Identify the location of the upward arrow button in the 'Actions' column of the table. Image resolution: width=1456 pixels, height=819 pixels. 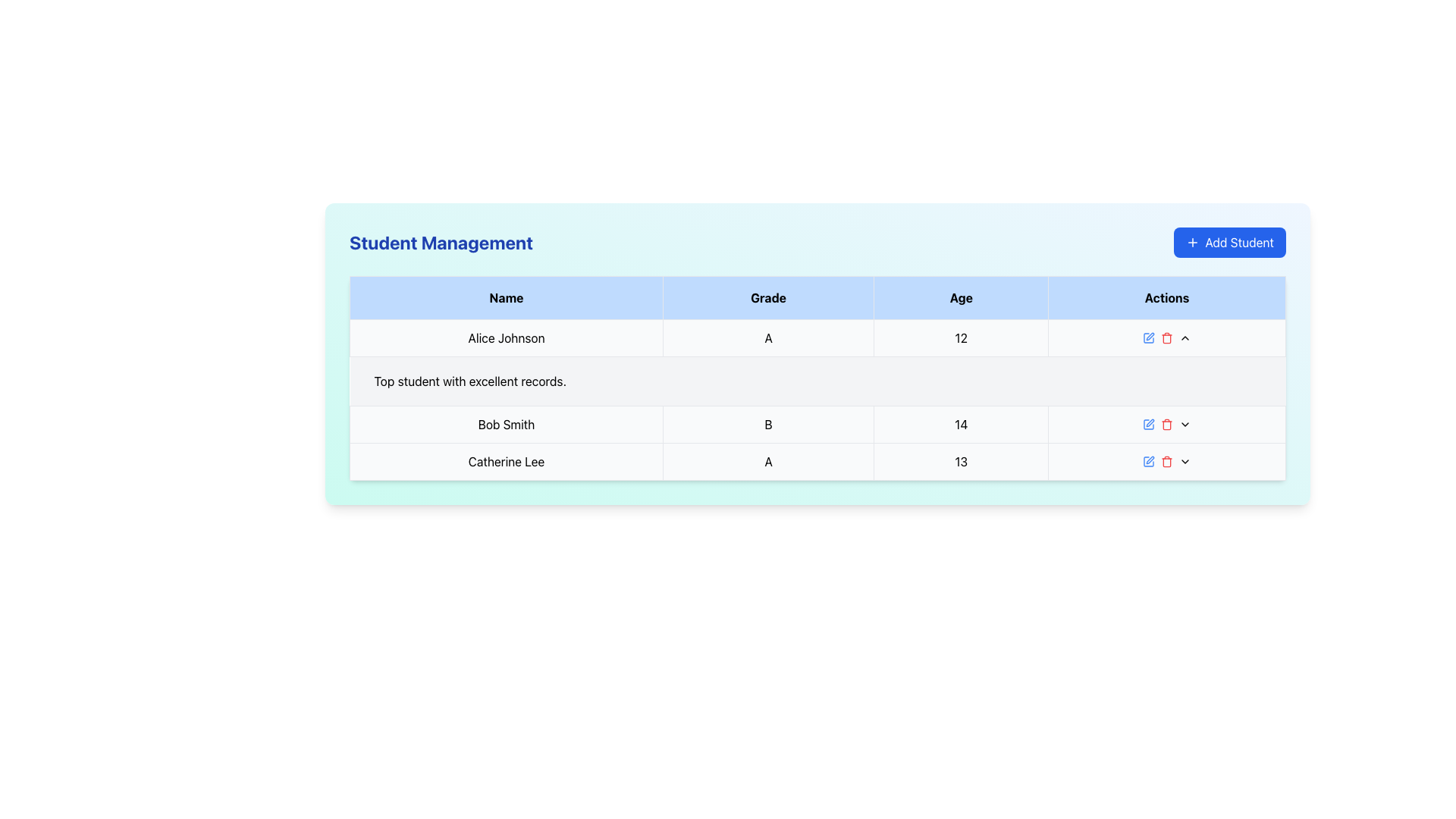
(1185, 337).